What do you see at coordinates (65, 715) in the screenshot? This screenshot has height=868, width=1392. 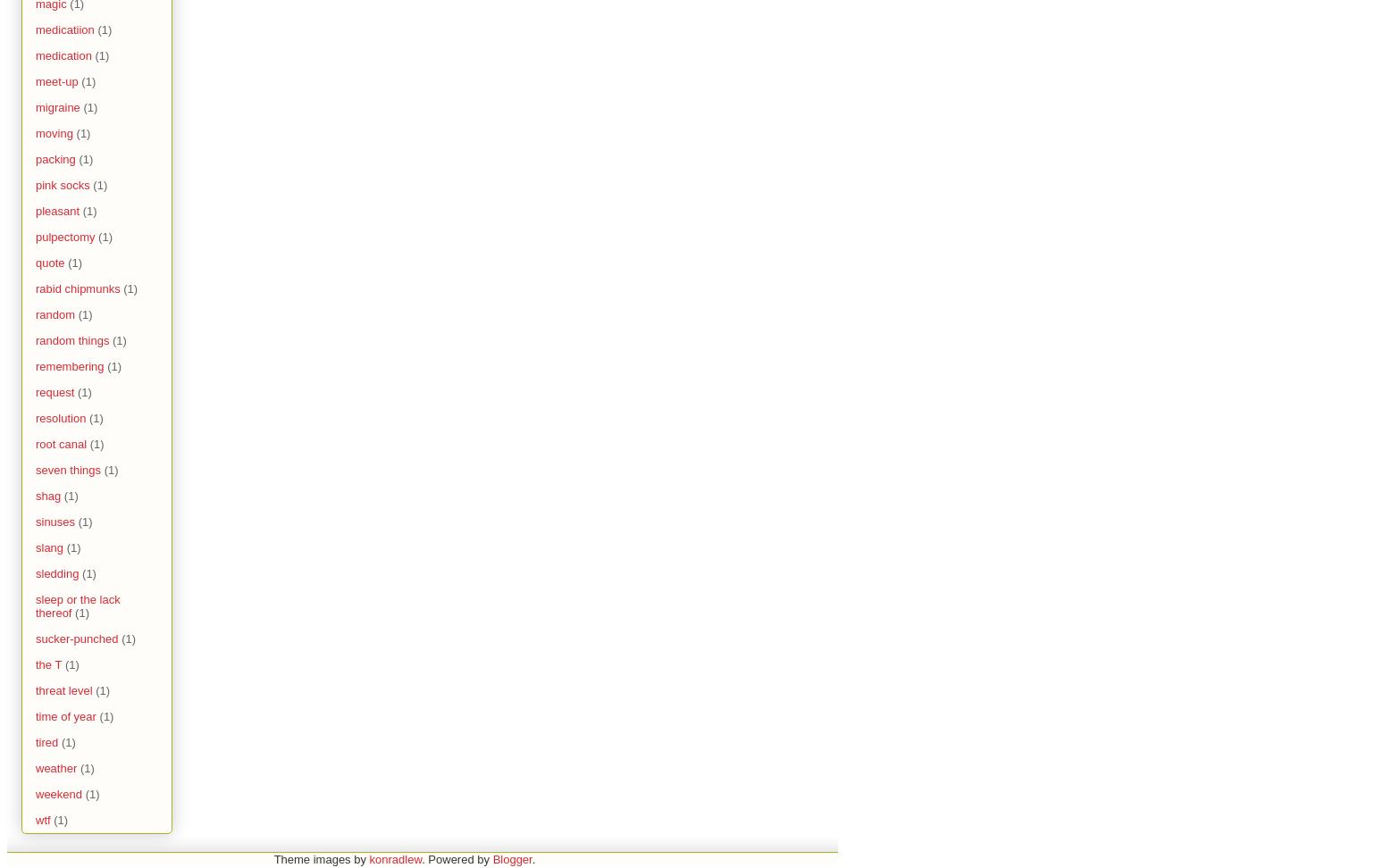 I see `'time of year'` at bounding box center [65, 715].